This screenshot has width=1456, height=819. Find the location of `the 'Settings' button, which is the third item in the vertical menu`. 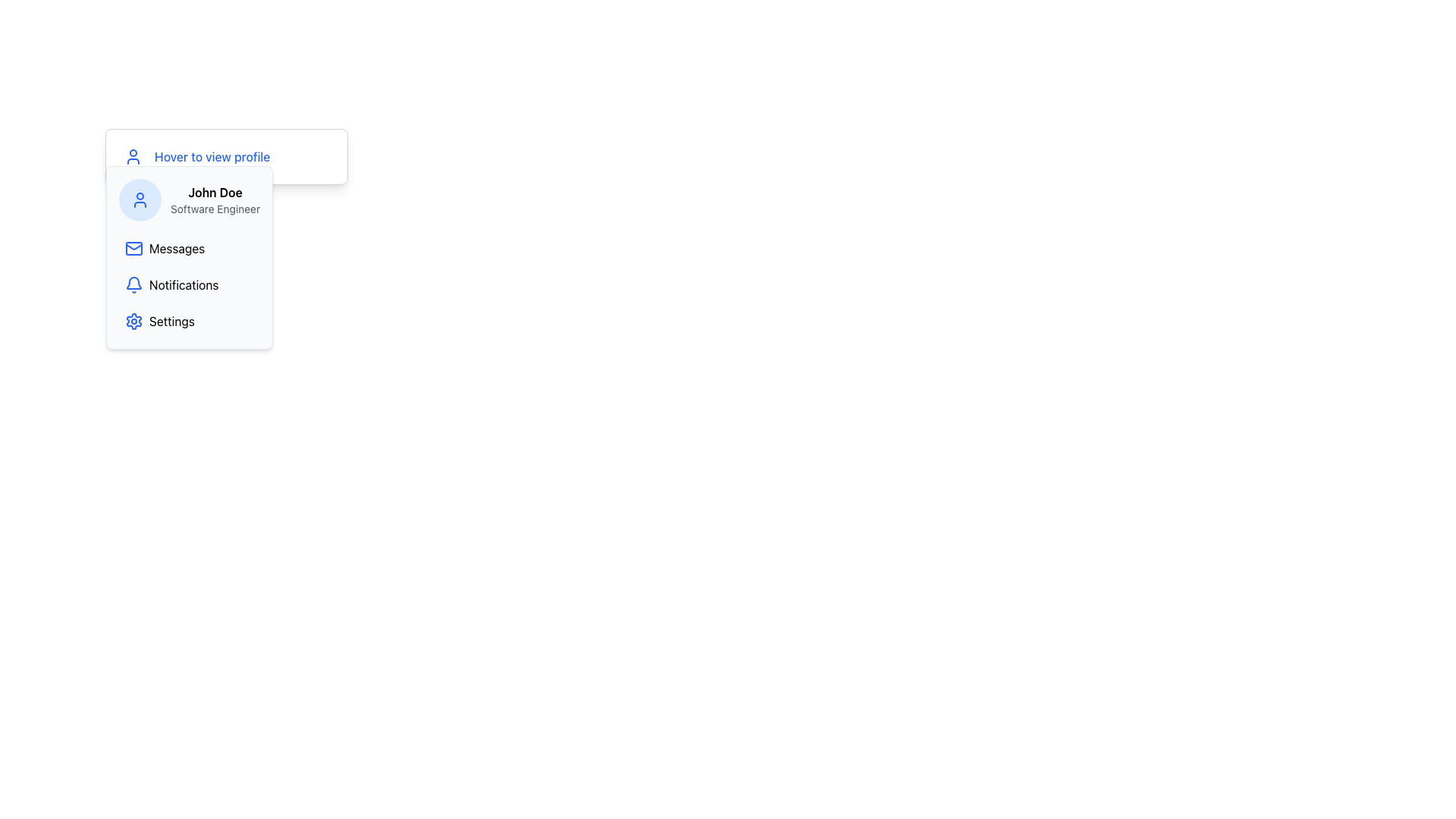

the 'Settings' button, which is the third item in the vertical menu is located at coordinates (189, 321).